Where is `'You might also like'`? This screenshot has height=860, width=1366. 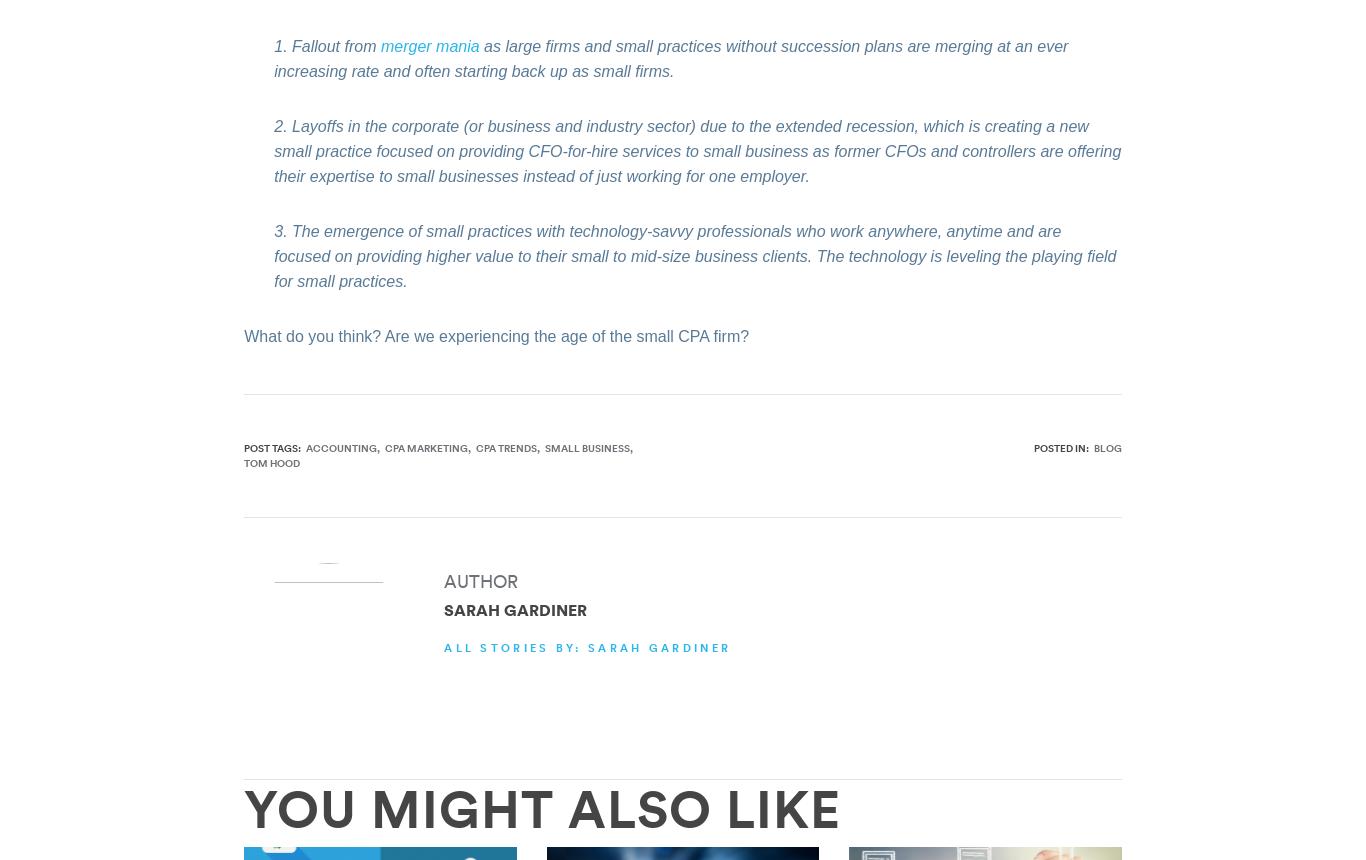
'You might also like' is located at coordinates (542, 806).